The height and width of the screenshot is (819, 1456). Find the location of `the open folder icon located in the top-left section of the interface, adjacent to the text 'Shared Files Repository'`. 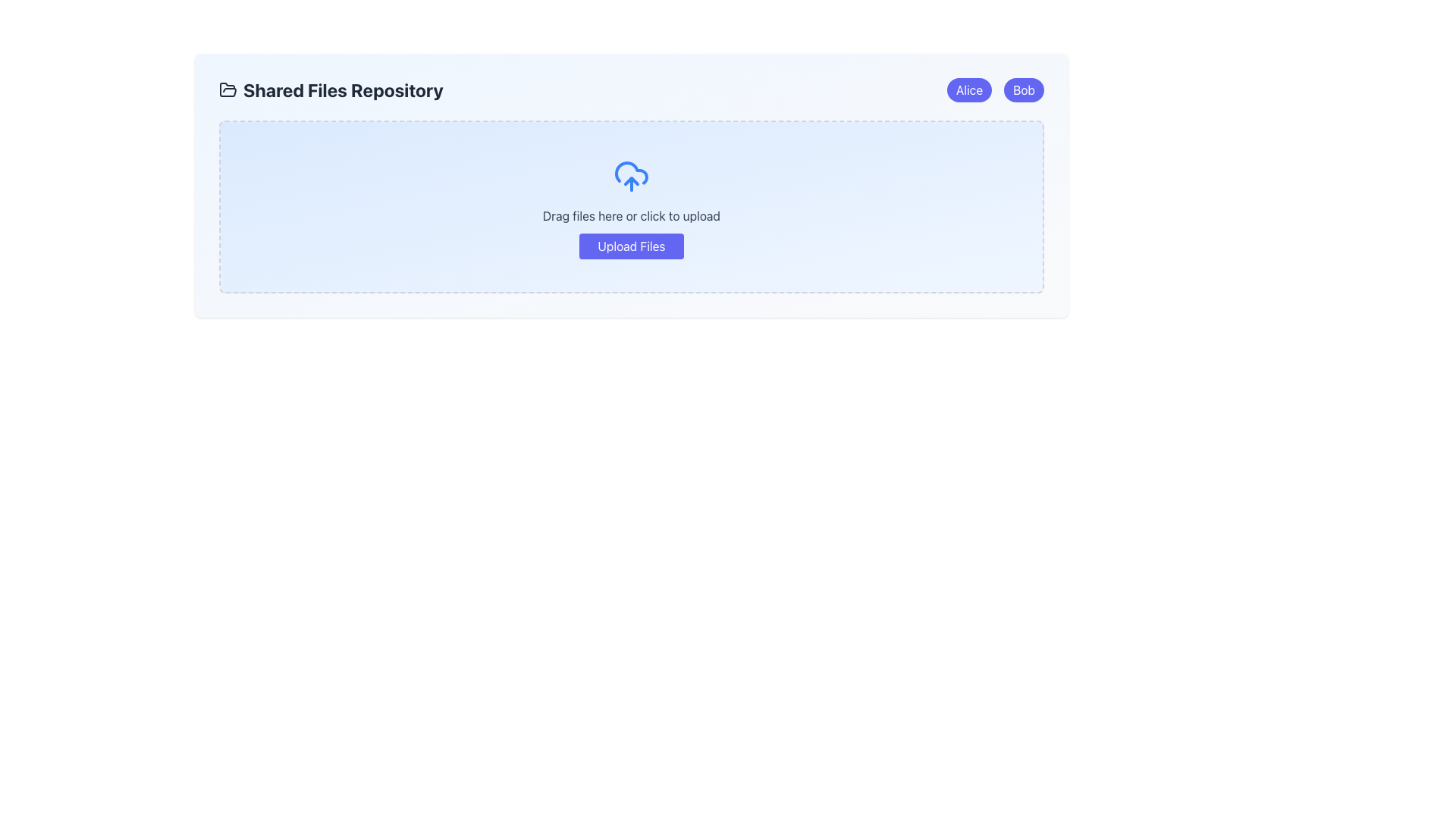

the open folder icon located in the top-left section of the interface, adjacent to the text 'Shared Files Repository' is located at coordinates (227, 89).